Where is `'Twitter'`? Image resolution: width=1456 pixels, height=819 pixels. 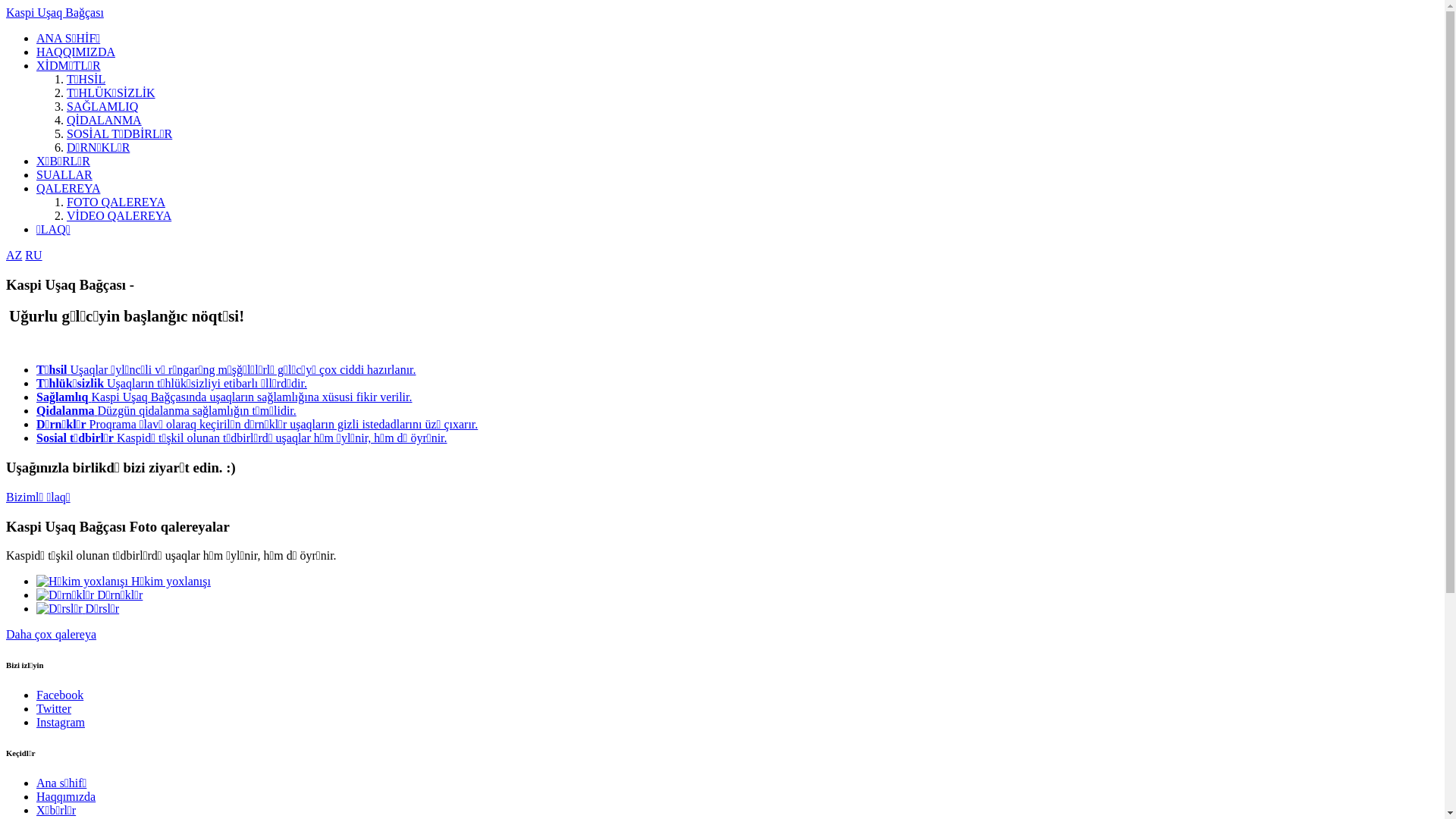
'Twitter' is located at coordinates (54, 708).